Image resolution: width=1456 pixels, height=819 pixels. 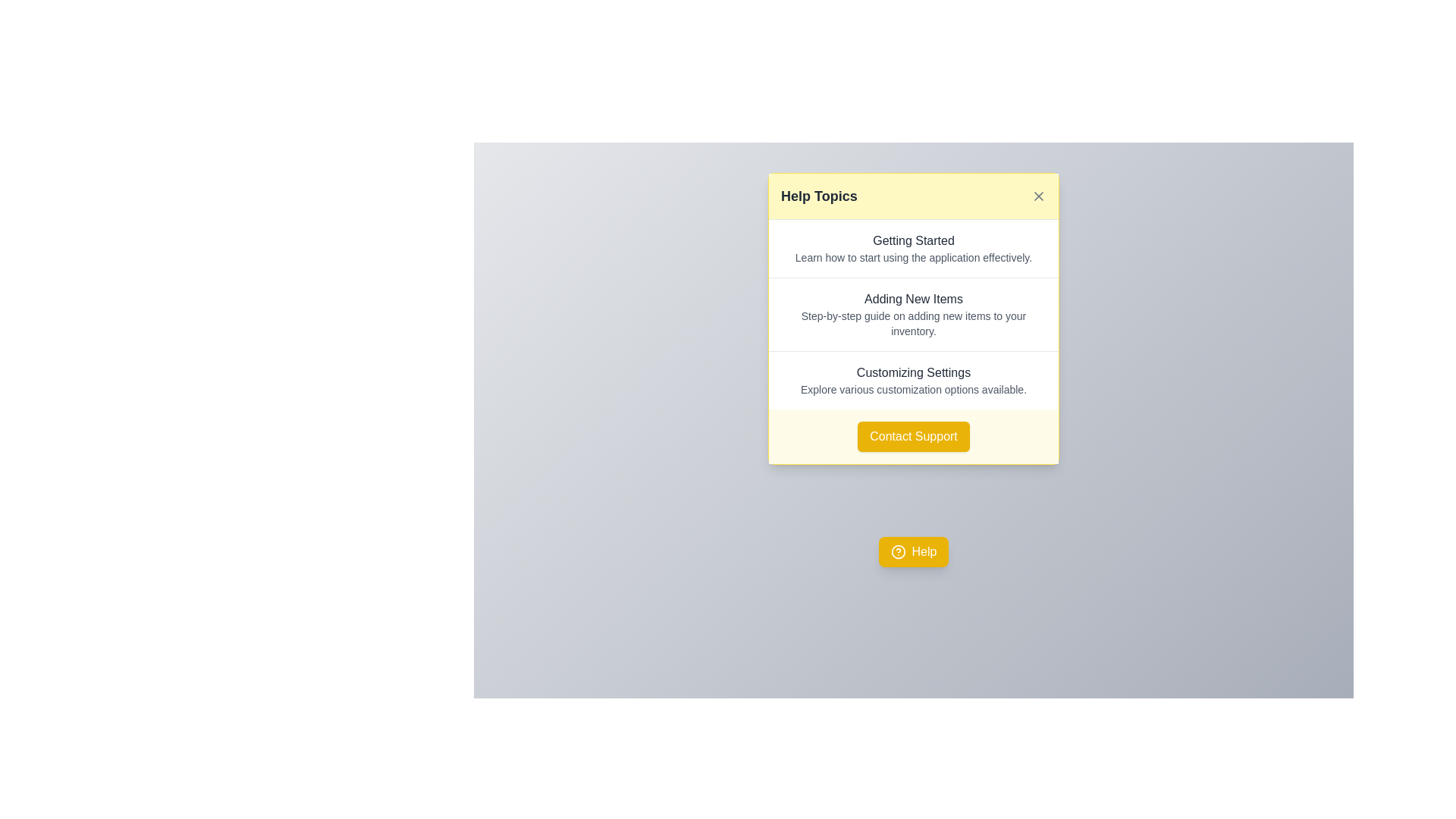 What do you see at coordinates (1037, 195) in the screenshot?
I see `the 'X' button located at the top-right corner of the yellow header bar labeled 'Help Topics'` at bounding box center [1037, 195].